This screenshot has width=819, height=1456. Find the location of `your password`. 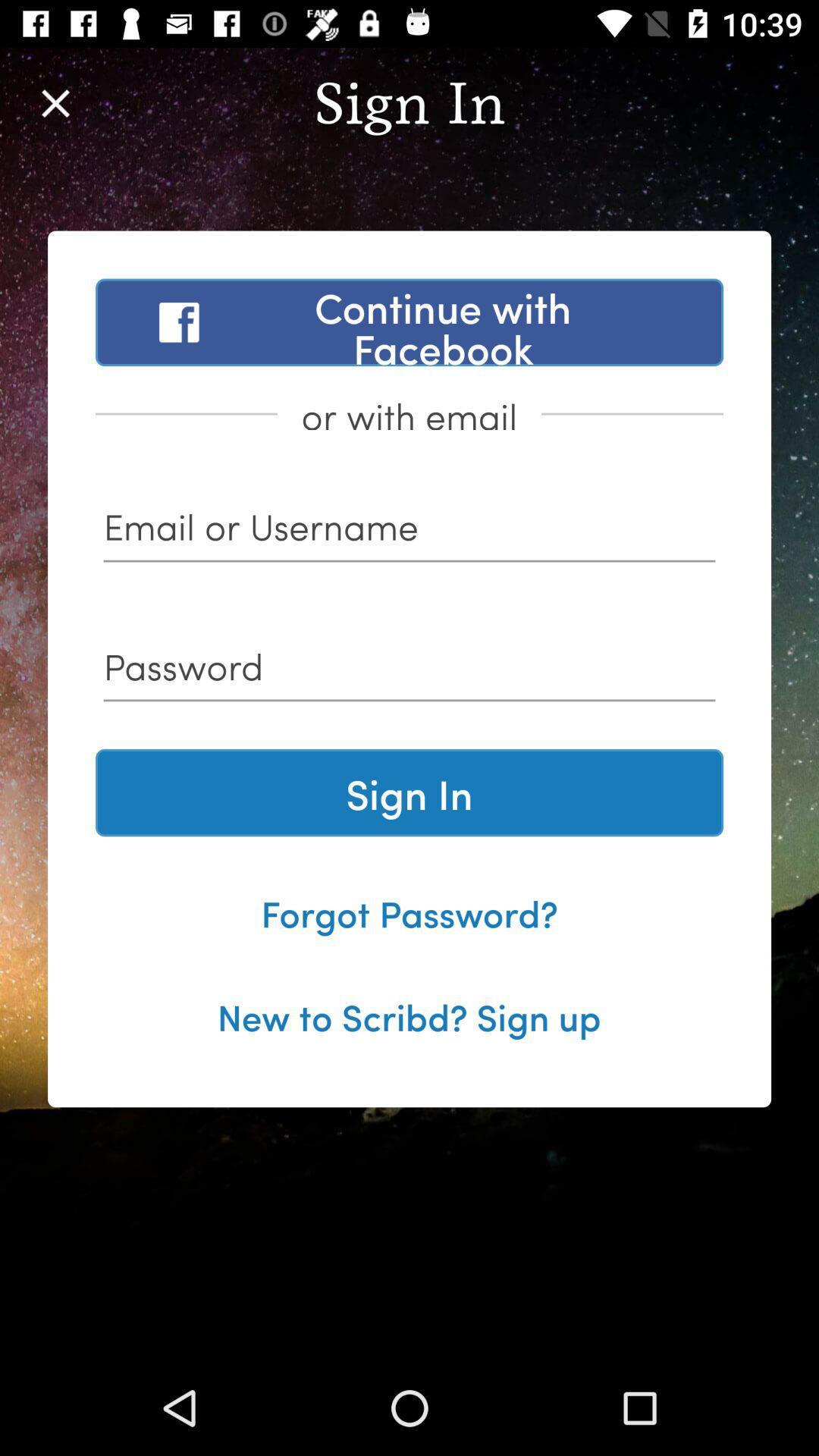

your password is located at coordinates (409, 671).